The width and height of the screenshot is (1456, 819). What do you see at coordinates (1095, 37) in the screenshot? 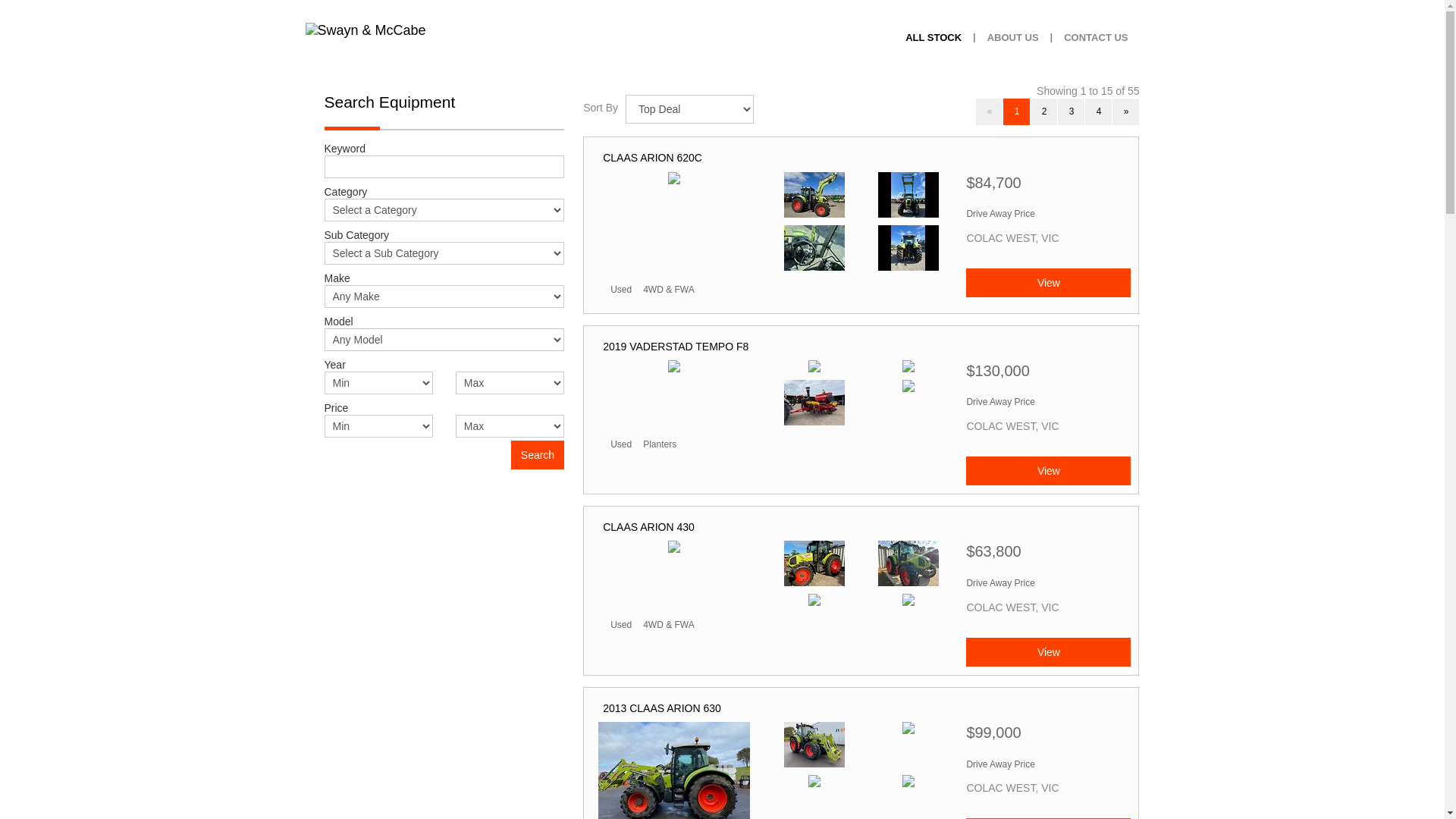
I see `'CONTACT US'` at bounding box center [1095, 37].